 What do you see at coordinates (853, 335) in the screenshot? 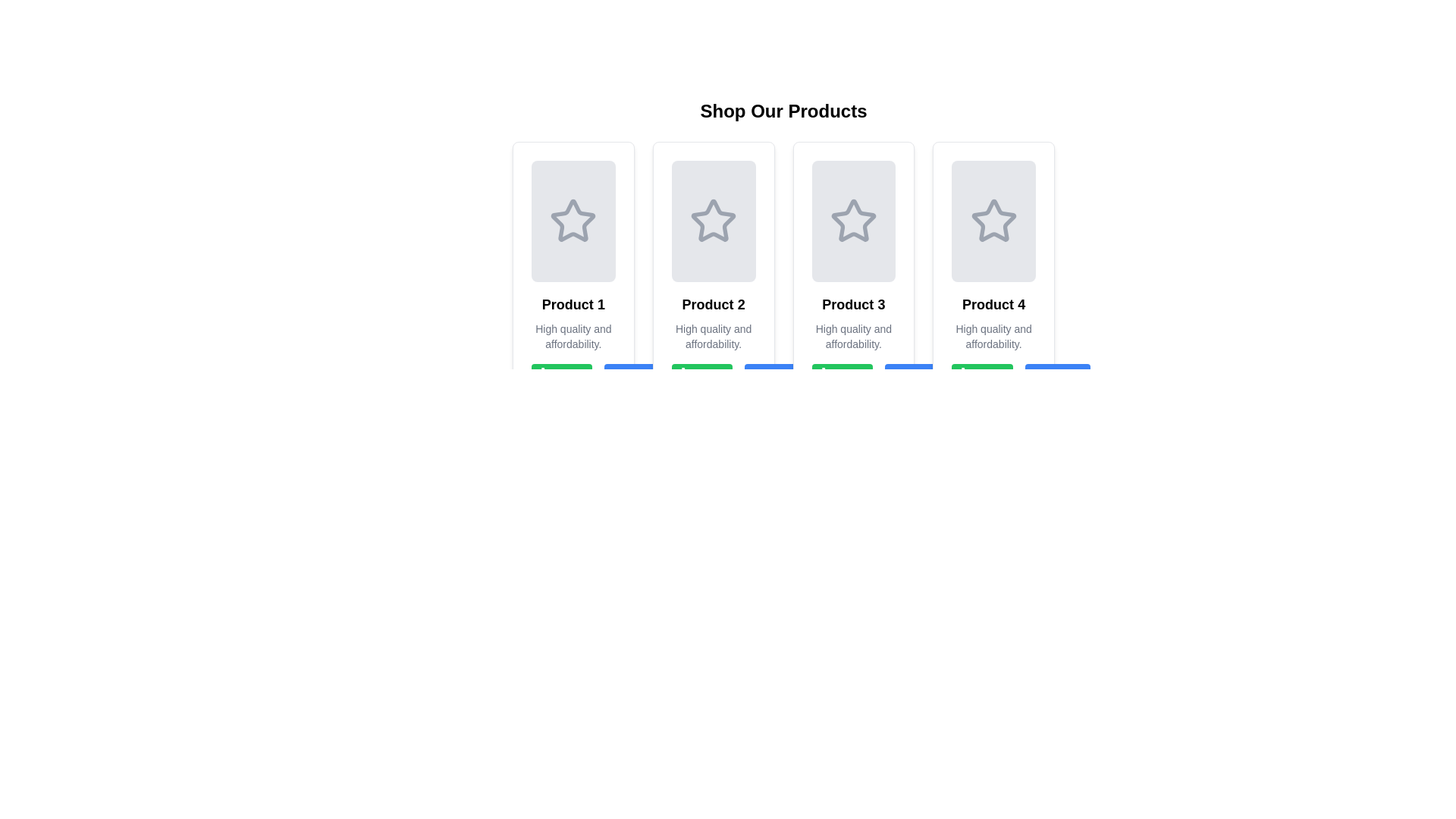
I see `the text label displaying 'High quality and affordability.' which is located below the heading 'Product 3' and above the action buttons` at bounding box center [853, 335].